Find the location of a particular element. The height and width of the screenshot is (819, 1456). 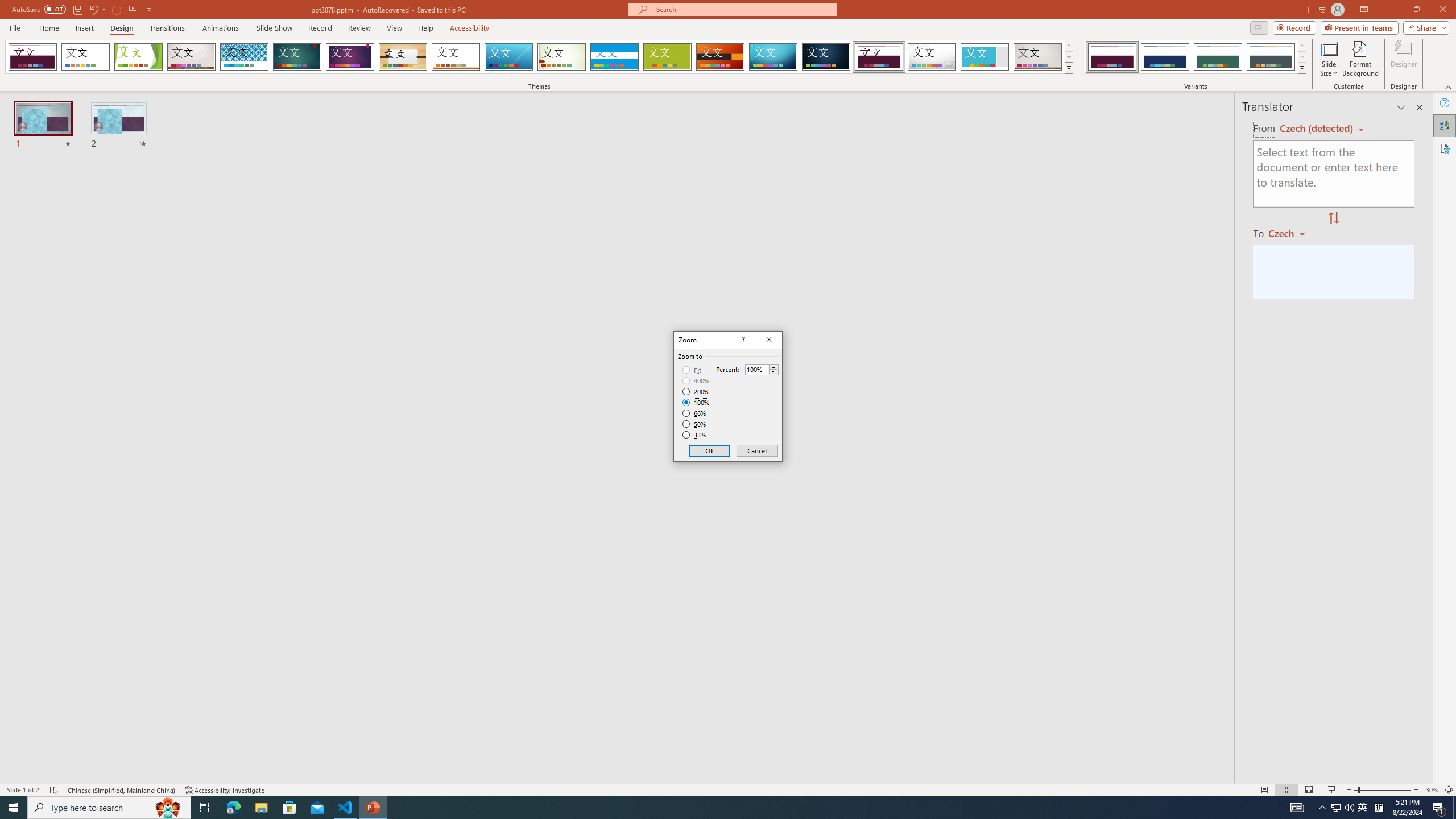

'From Beginning' is located at coordinates (133, 9).